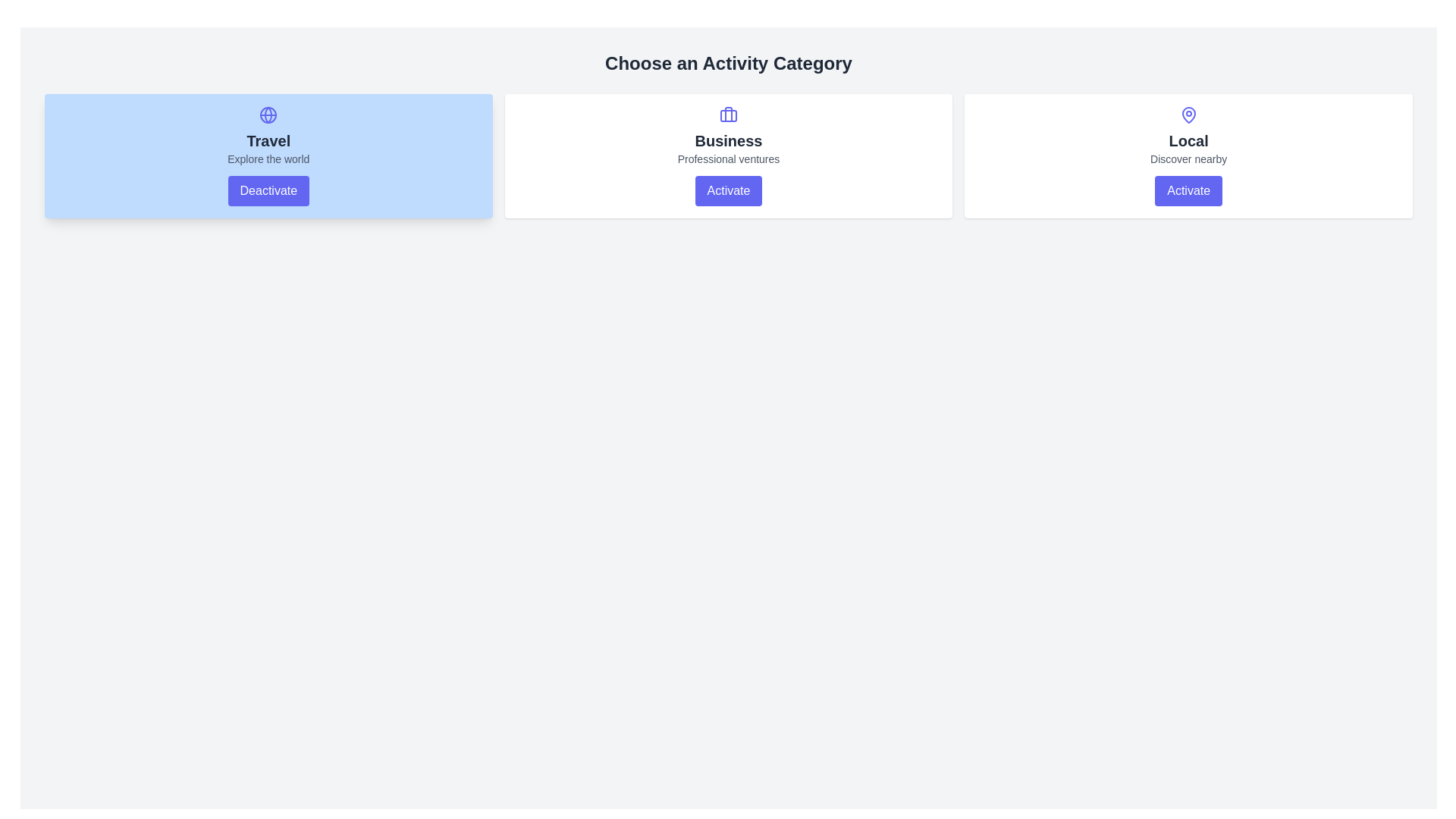 The height and width of the screenshot is (819, 1456). I want to click on the 'Local' category icon, which is the central visual cue for the Local section, located to the top-left of its title text, so click(1188, 114).